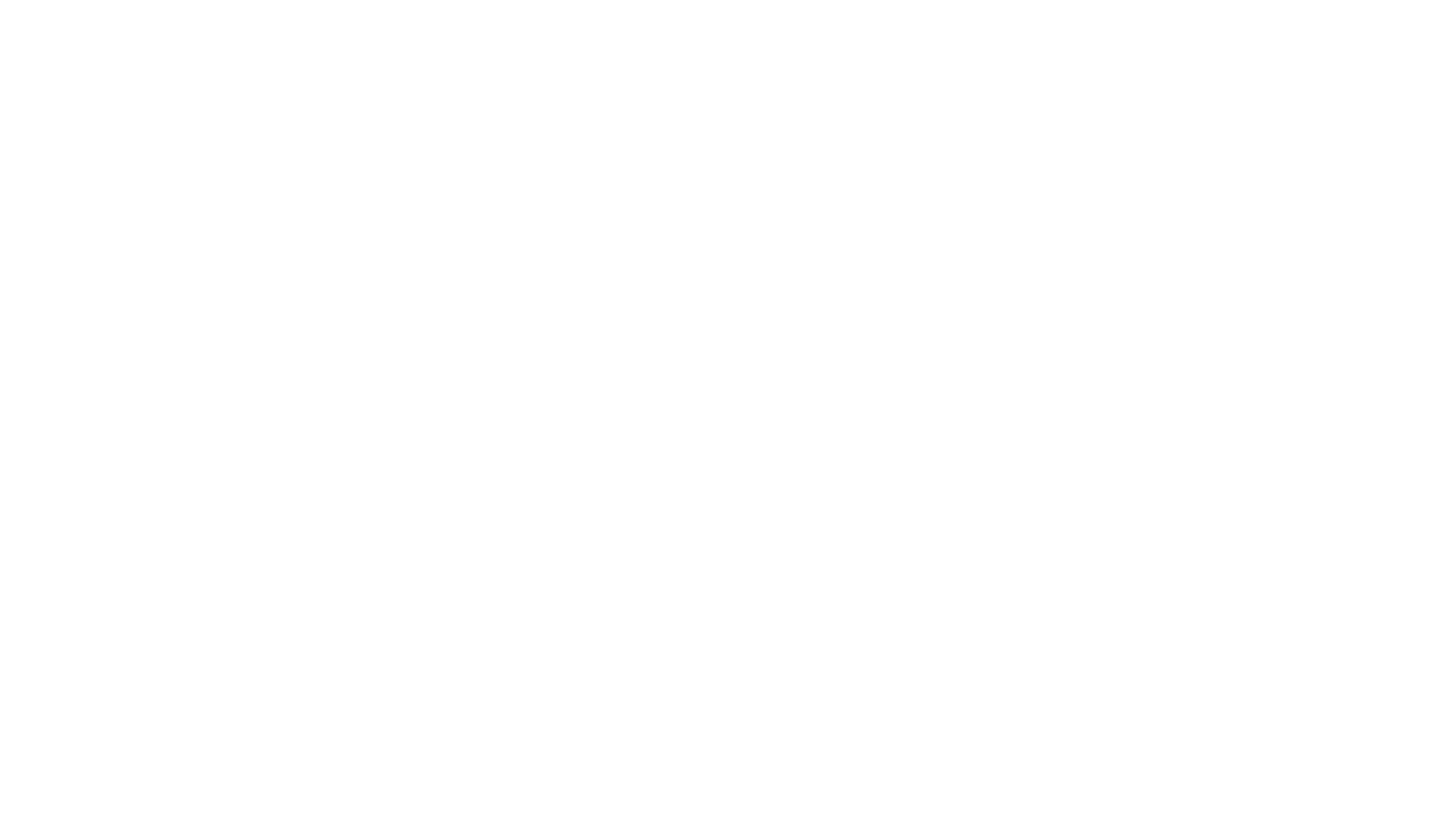 This screenshot has width=1440, height=815. What do you see at coordinates (272, 57) in the screenshot?
I see `'Brian Wright'` at bounding box center [272, 57].